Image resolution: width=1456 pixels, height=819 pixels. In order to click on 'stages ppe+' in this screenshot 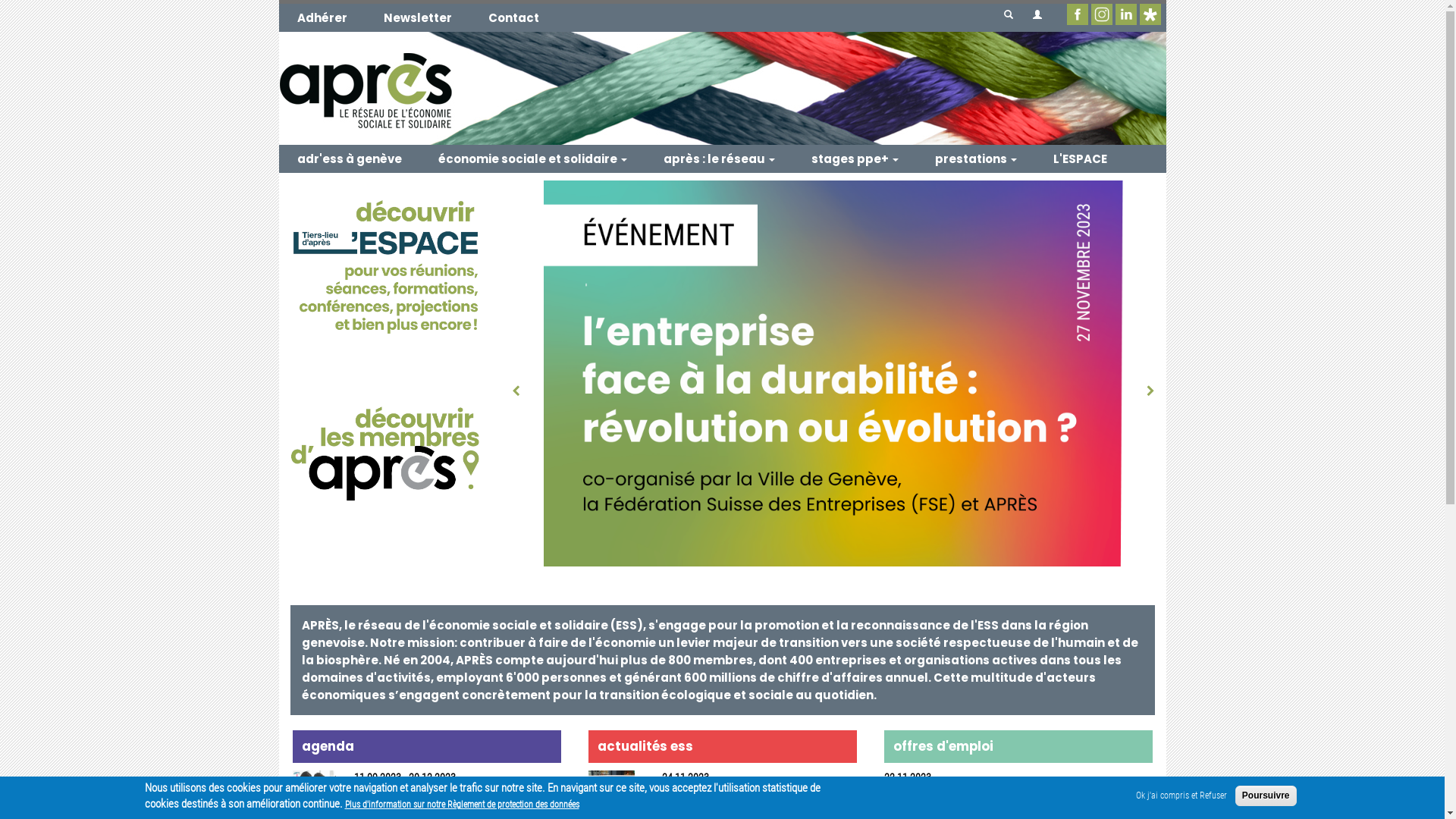, I will do `click(855, 158)`.